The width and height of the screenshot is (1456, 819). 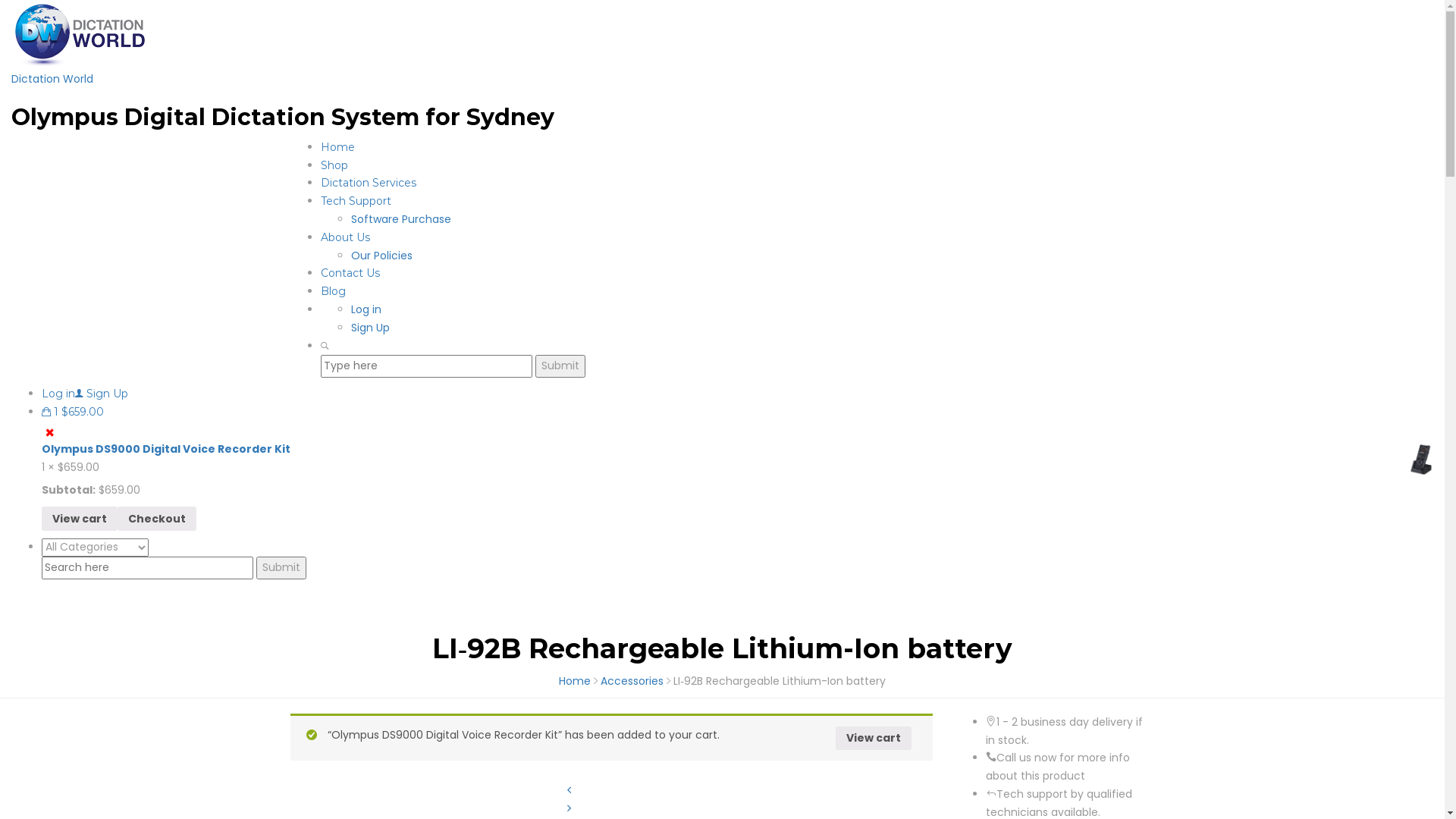 What do you see at coordinates (61, 393) in the screenshot?
I see `'Log in'` at bounding box center [61, 393].